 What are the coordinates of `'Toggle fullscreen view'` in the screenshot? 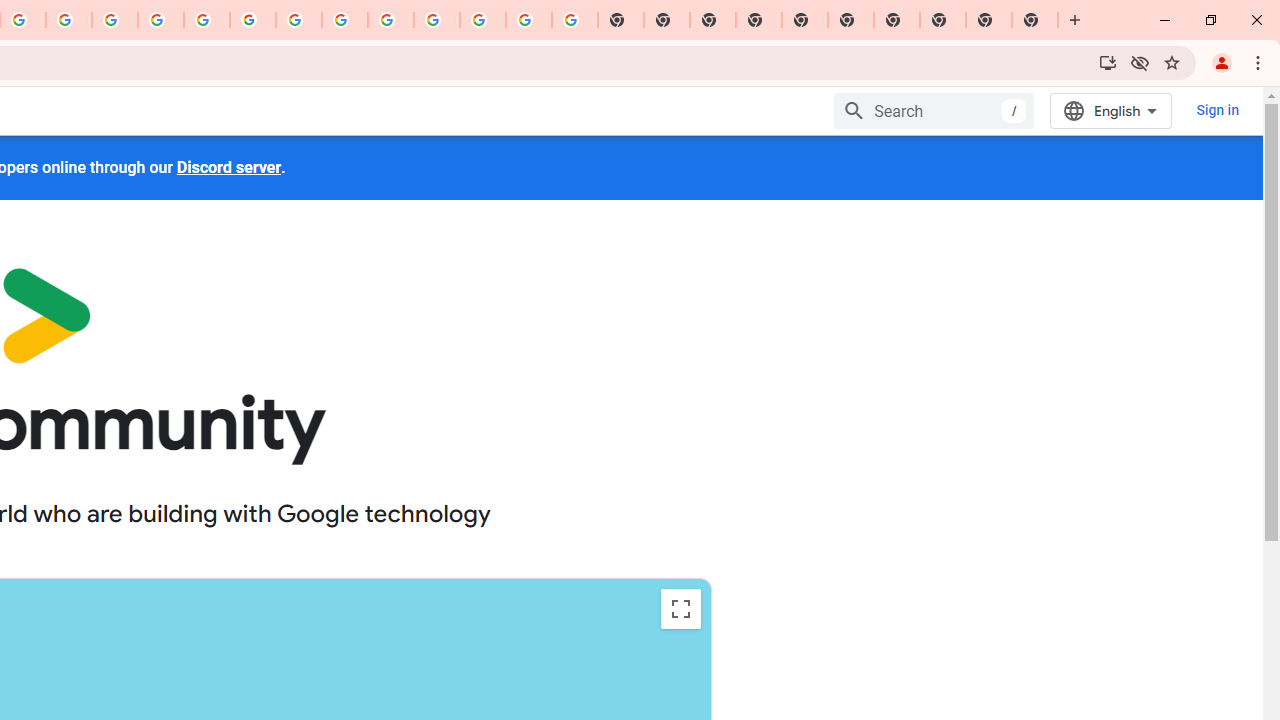 It's located at (680, 608).